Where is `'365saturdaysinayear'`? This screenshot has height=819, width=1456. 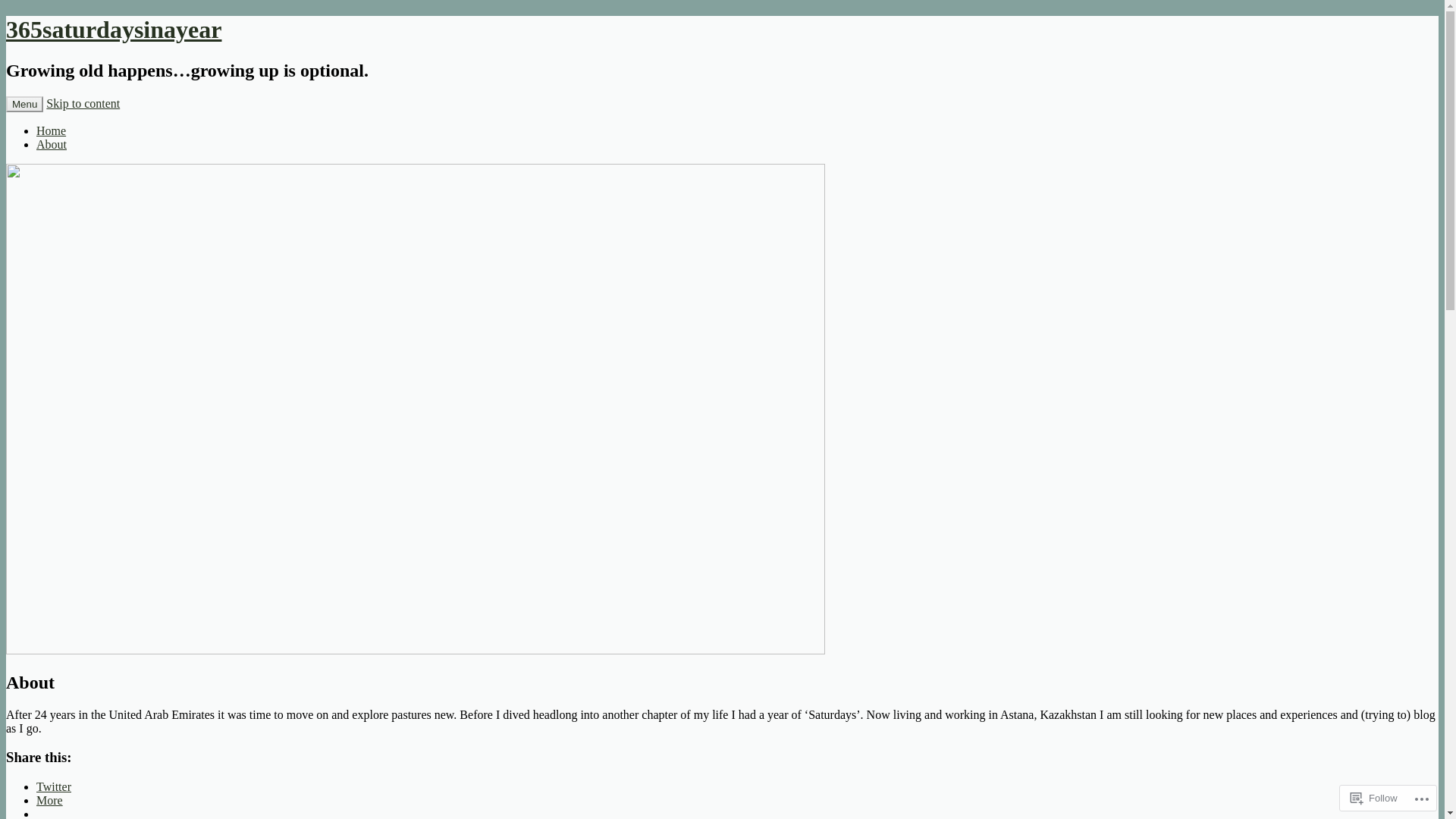
'365saturdaysinayear' is located at coordinates (6, 29).